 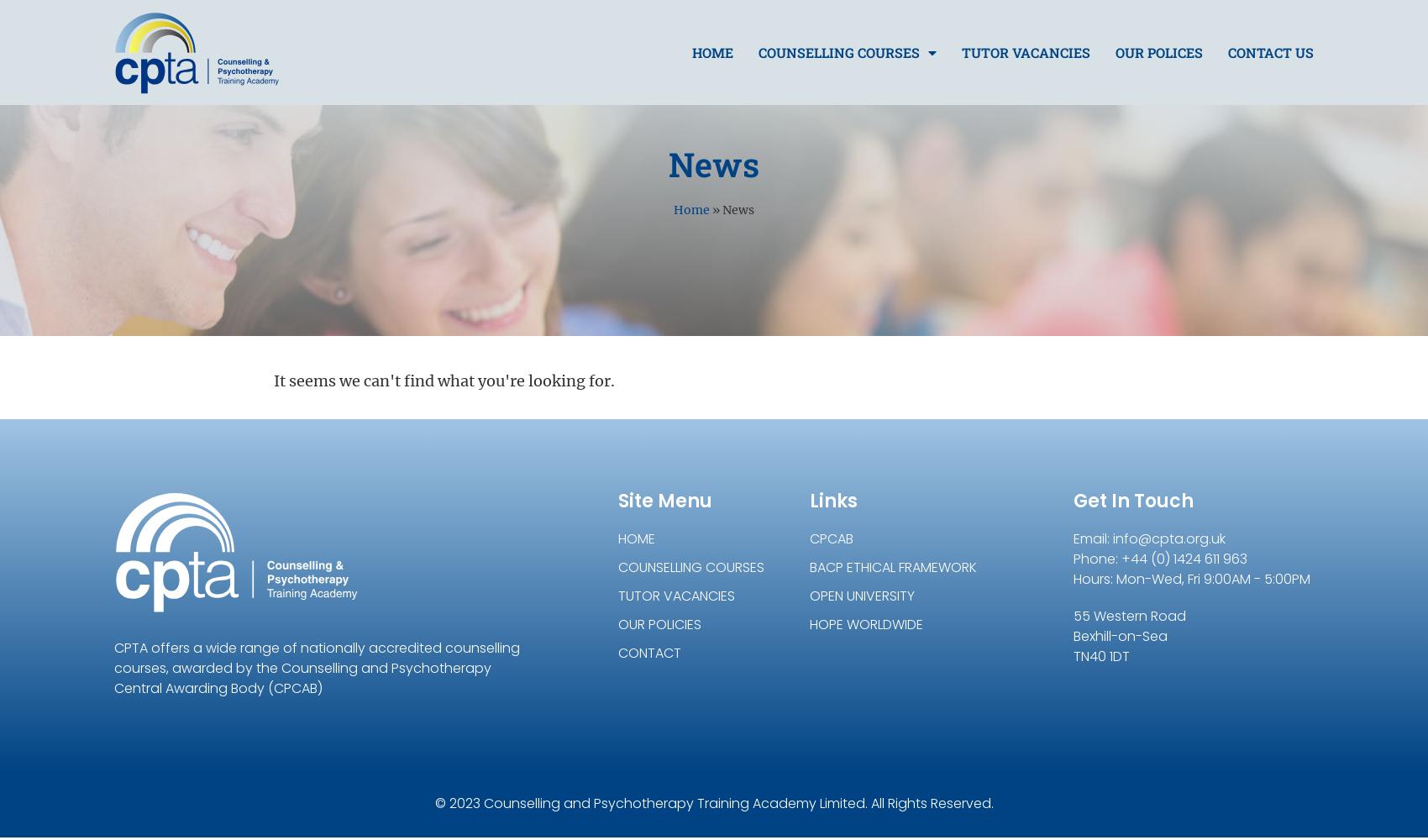 What do you see at coordinates (664, 499) in the screenshot?
I see `'Site Menu'` at bounding box center [664, 499].